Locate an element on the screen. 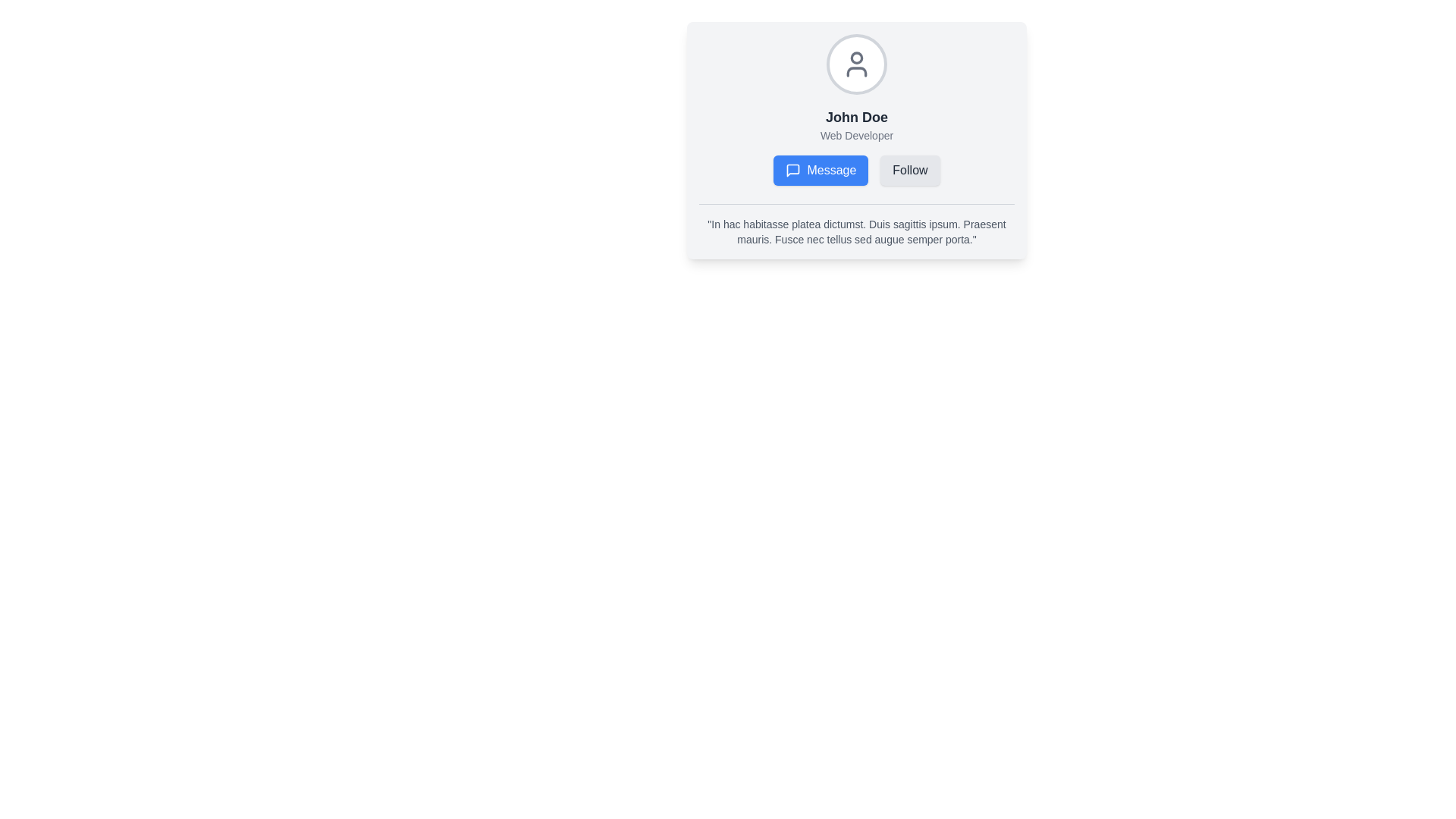 The width and height of the screenshot is (1456, 819). the 'Message' button which contains a chat bubble icon to initiate a message is located at coordinates (792, 170).